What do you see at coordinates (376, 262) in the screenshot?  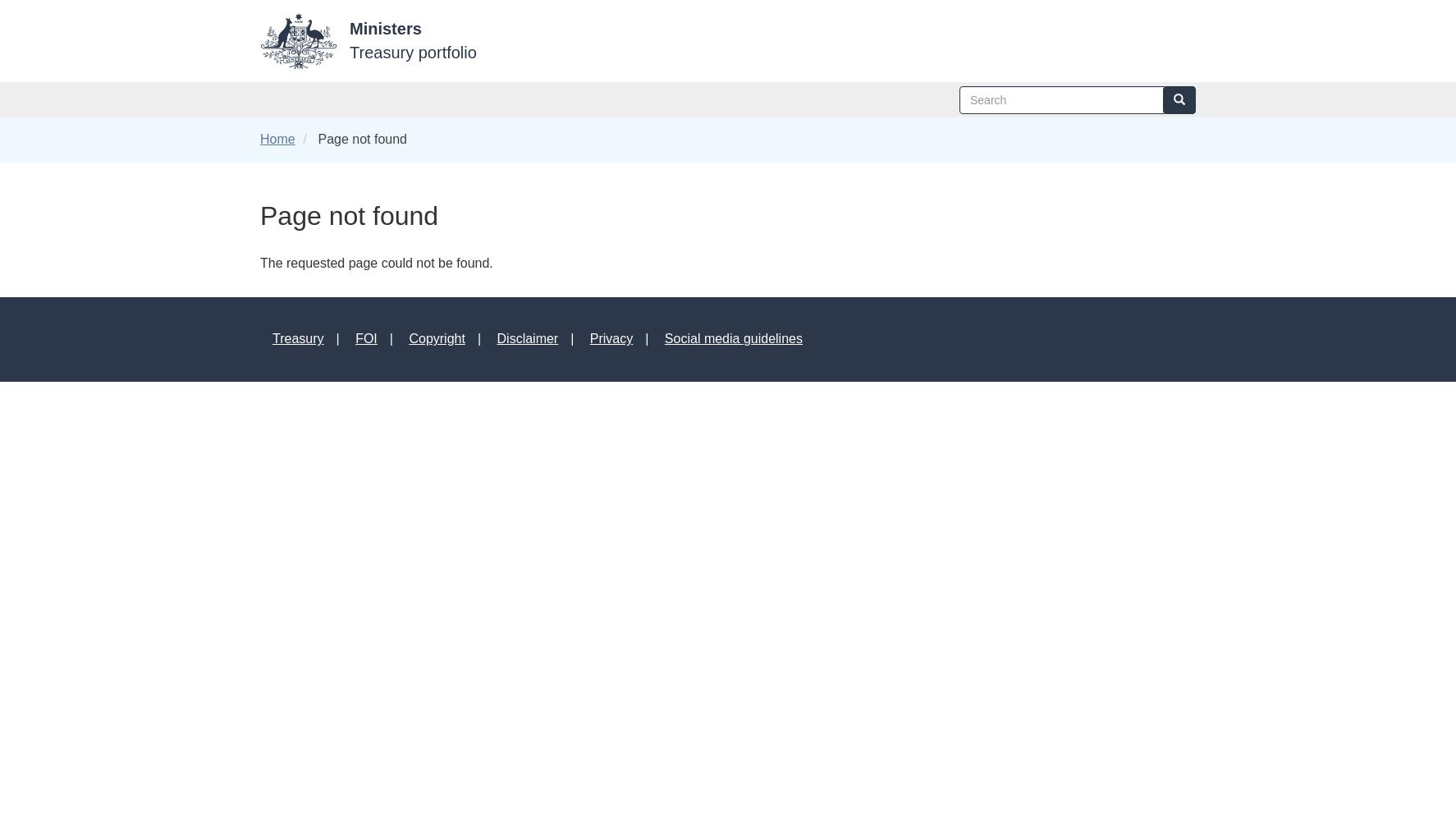 I see `'The requested page could not be found.'` at bounding box center [376, 262].